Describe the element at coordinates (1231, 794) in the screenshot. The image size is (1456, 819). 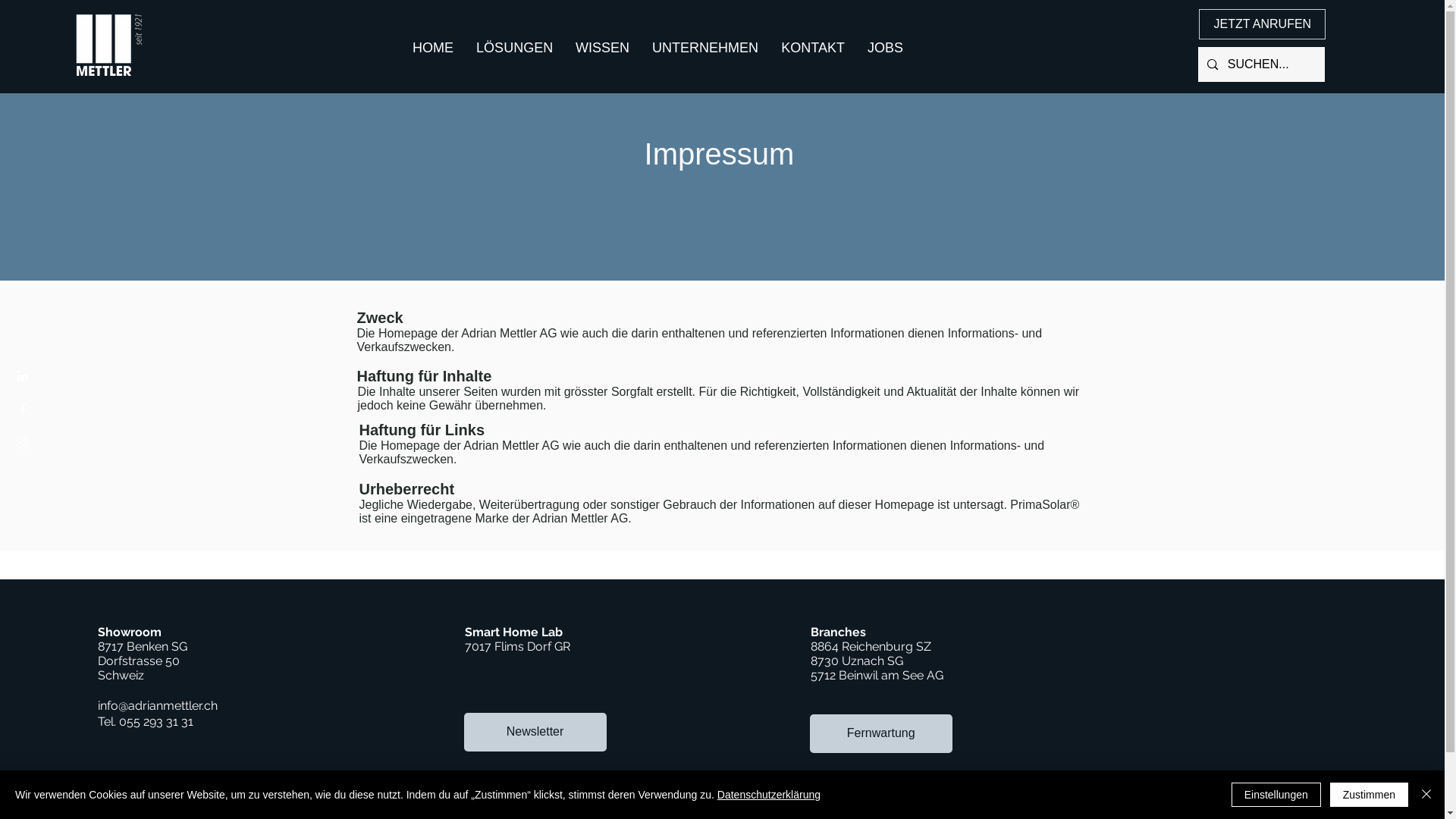
I see `'Einstellungen'` at that location.